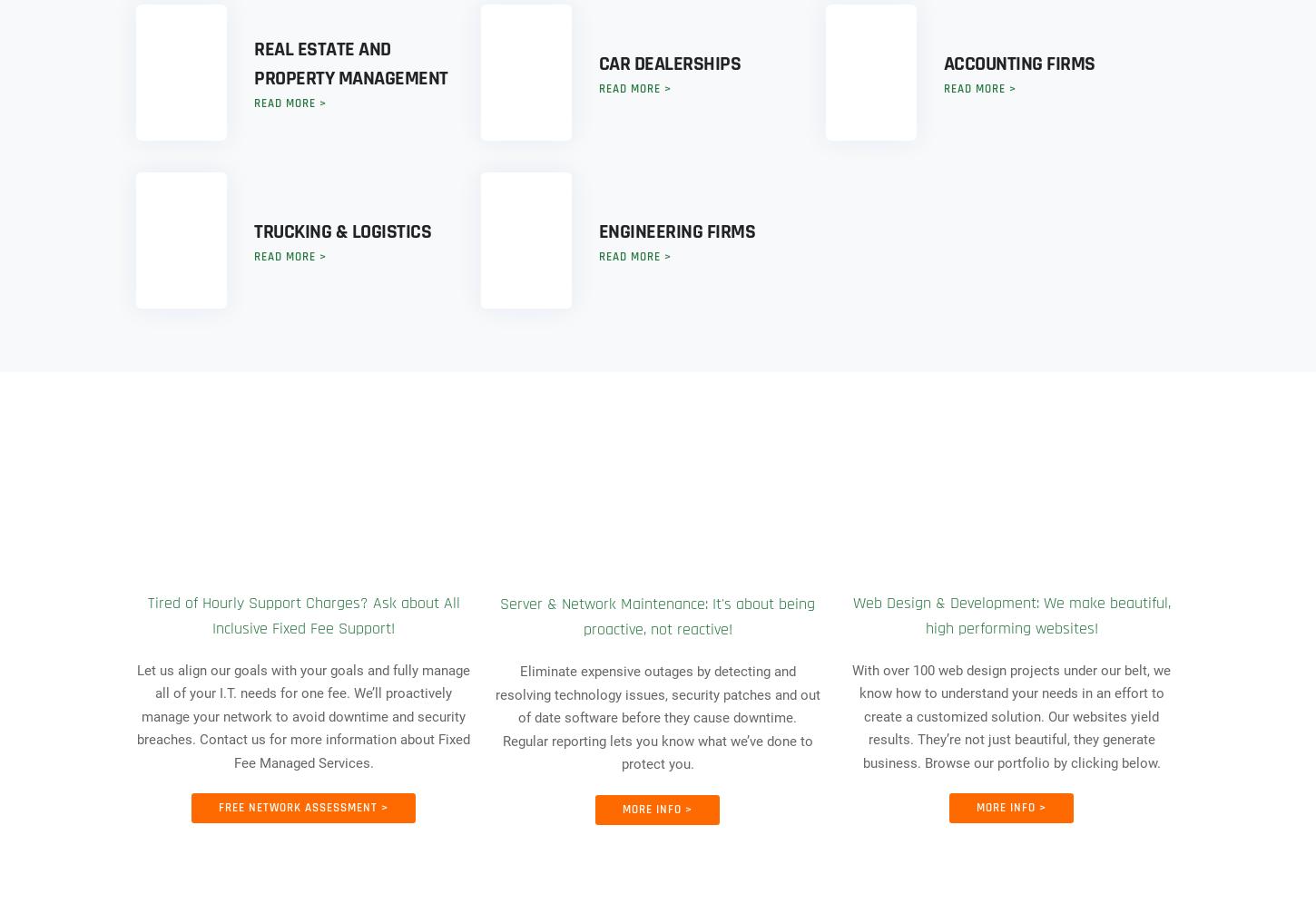 Image resolution: width=1316 pixels, height=904 pixels. What do you see at coordinates (349, 64) in the screenshot?
I see `'REAL ESTATE AND PROPERTY MANAGEMENT'` at bounding box center [349, 64].